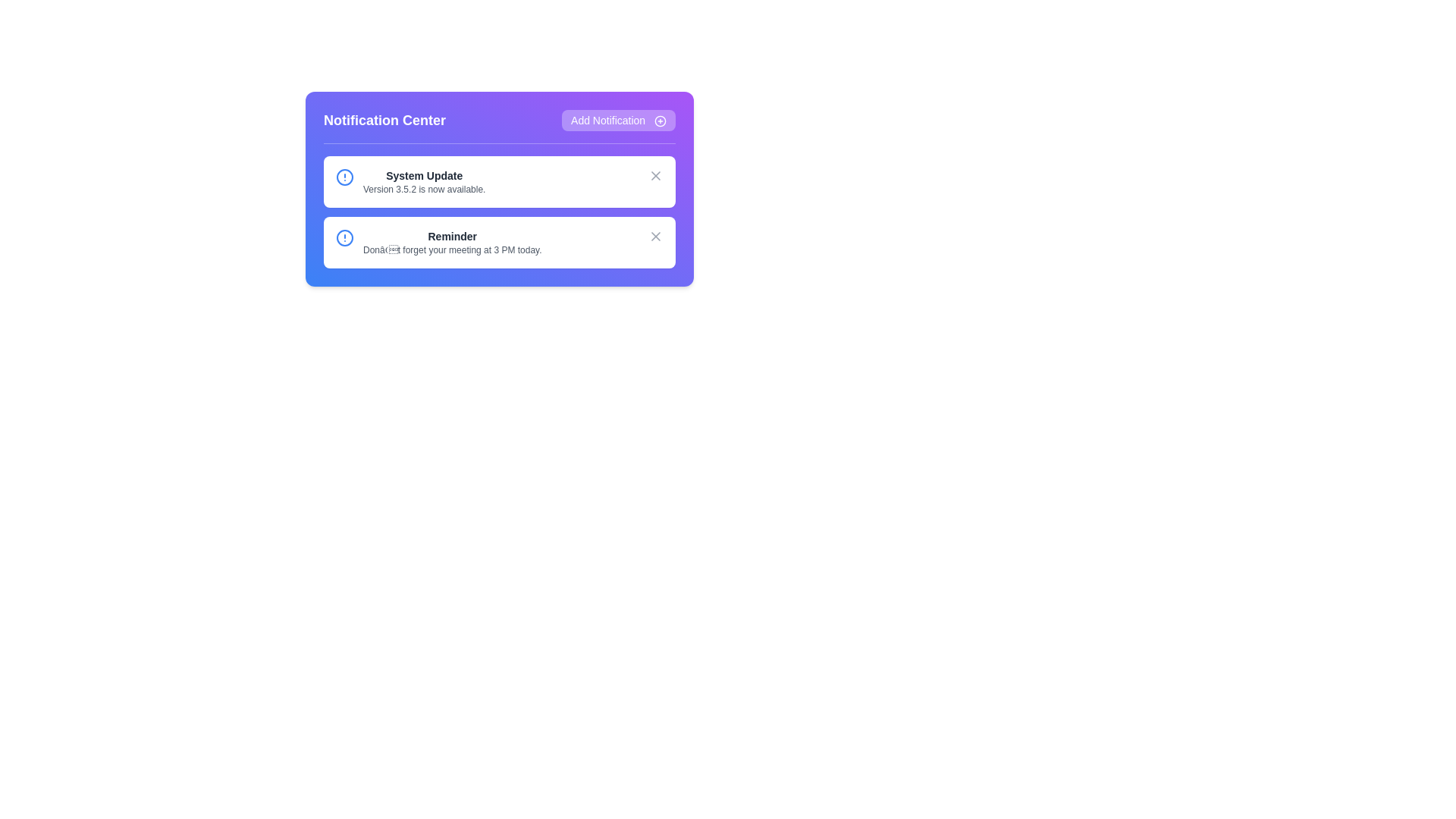 Image resolution: width=1456 pixels, height=819 pixels. Describe the element at coordinates (655, 174) in the screenshot. I see `the small 'X' icon button in the top-right corner of the 'System Update' notification card to change its color to red` at that location.